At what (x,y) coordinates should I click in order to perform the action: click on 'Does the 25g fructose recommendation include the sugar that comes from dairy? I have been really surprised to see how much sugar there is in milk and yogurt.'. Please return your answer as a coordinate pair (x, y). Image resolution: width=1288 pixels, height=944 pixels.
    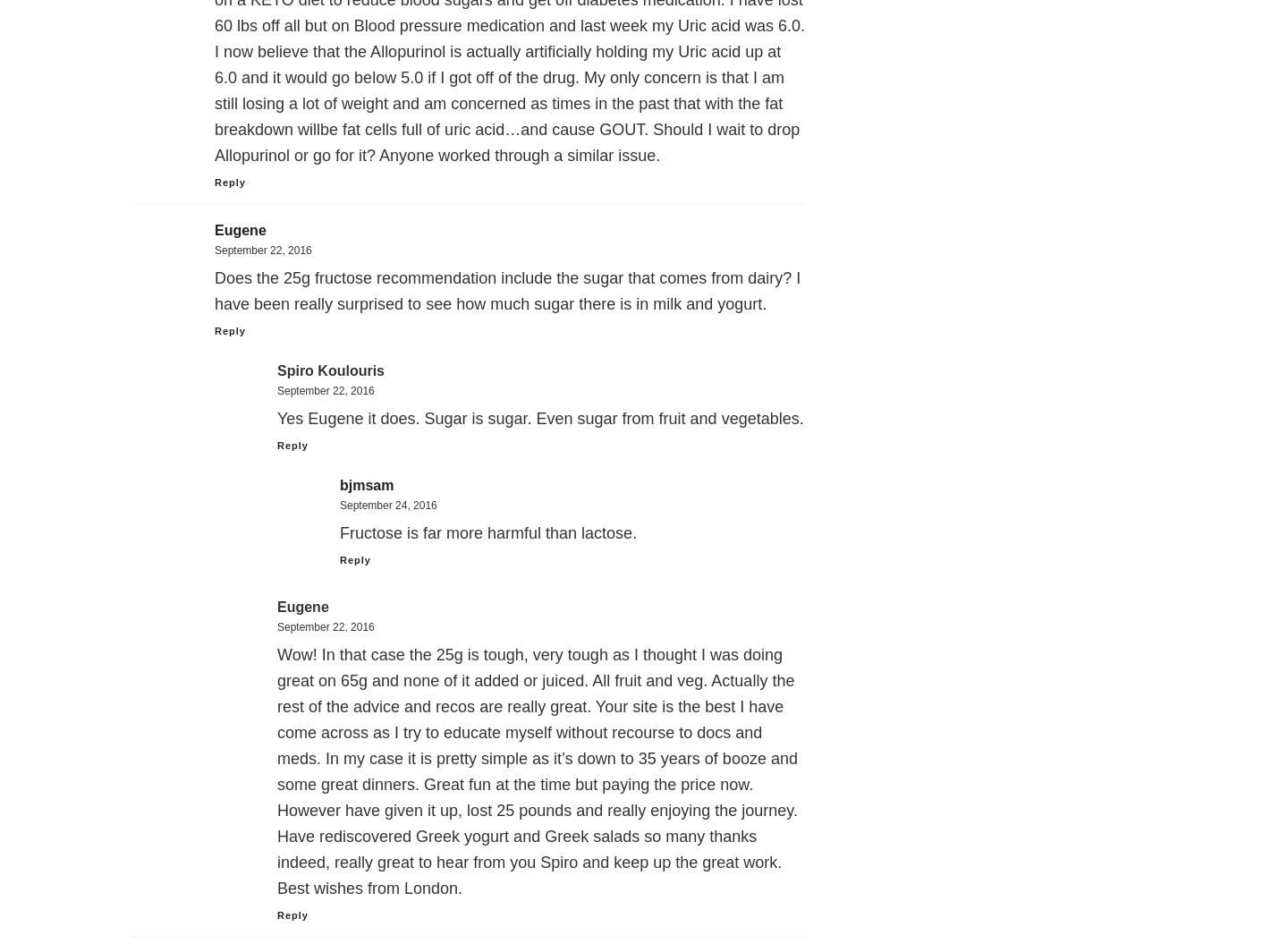
    Looking at the image, I should click on (507, 290).